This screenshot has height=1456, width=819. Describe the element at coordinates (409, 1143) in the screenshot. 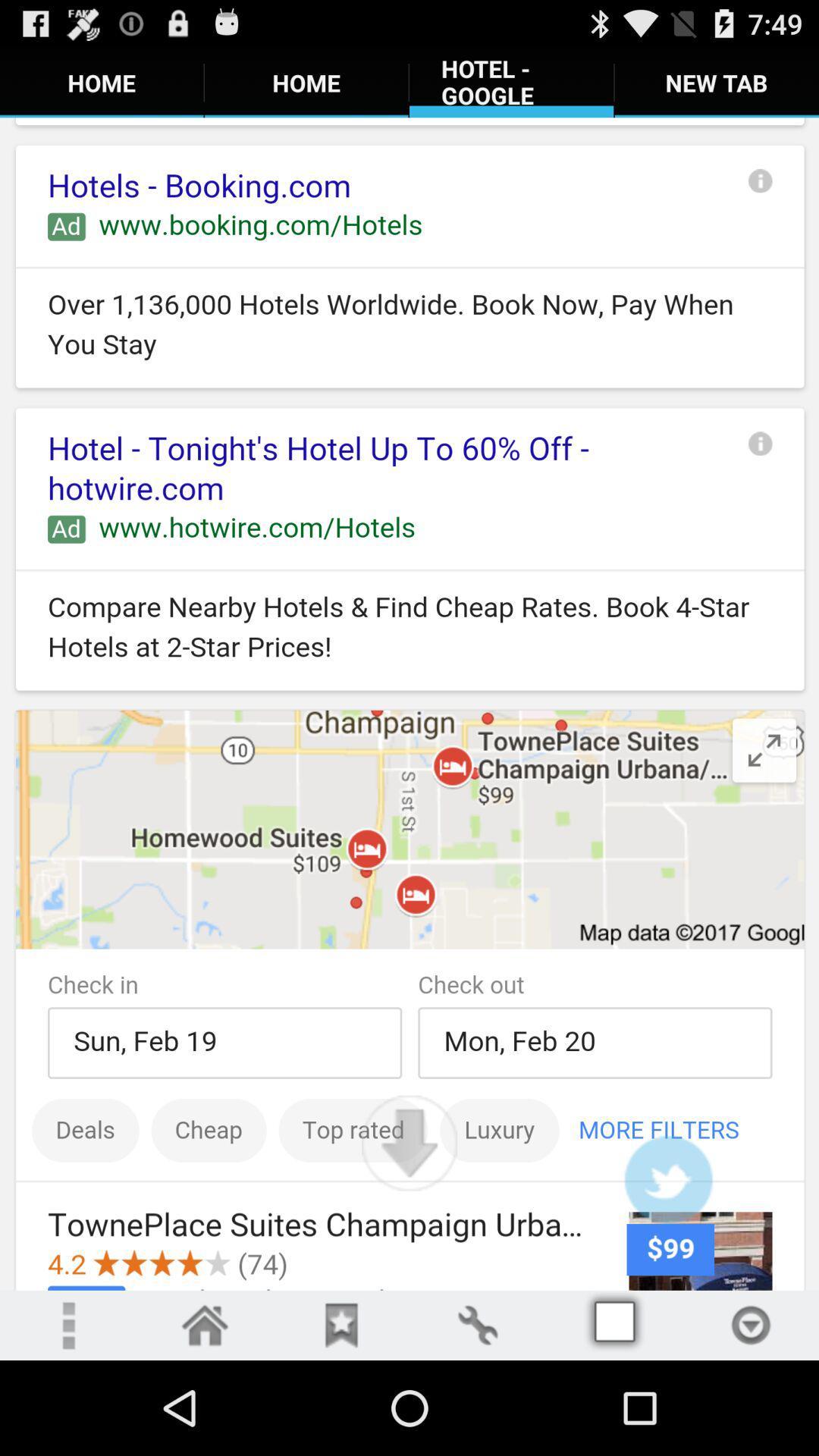

I see `scroll down page` at that location.